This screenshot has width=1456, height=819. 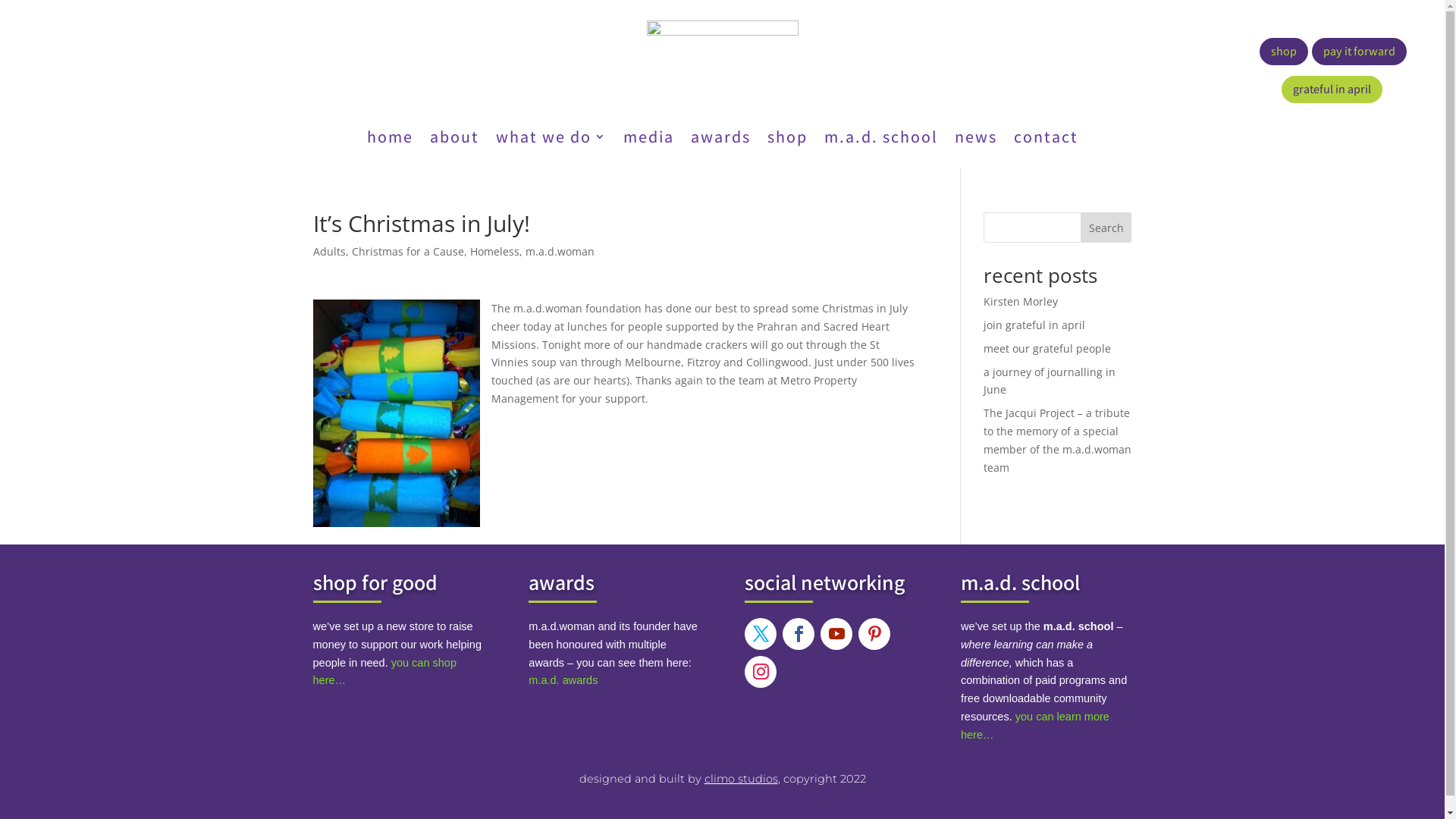 What do you see at coordinates (745, 634) in the screenshot?
I see `'Follow on X'` at bounding box center [745, 634].